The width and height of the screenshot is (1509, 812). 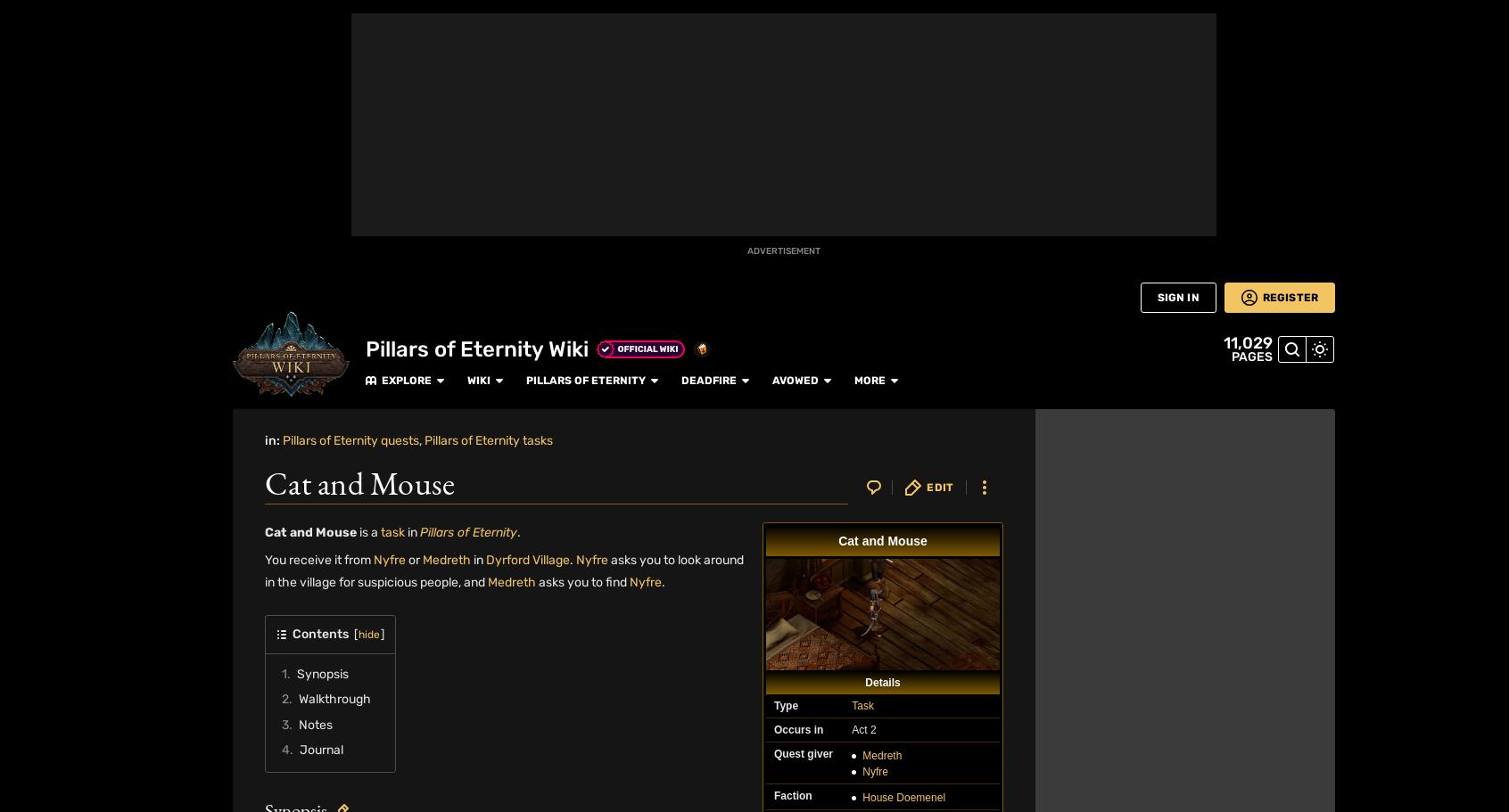 I want to click on 'I killed Medreth and allowed Nyfre to flee. She was grateful for the second chance.', so click(x=590, y=111).